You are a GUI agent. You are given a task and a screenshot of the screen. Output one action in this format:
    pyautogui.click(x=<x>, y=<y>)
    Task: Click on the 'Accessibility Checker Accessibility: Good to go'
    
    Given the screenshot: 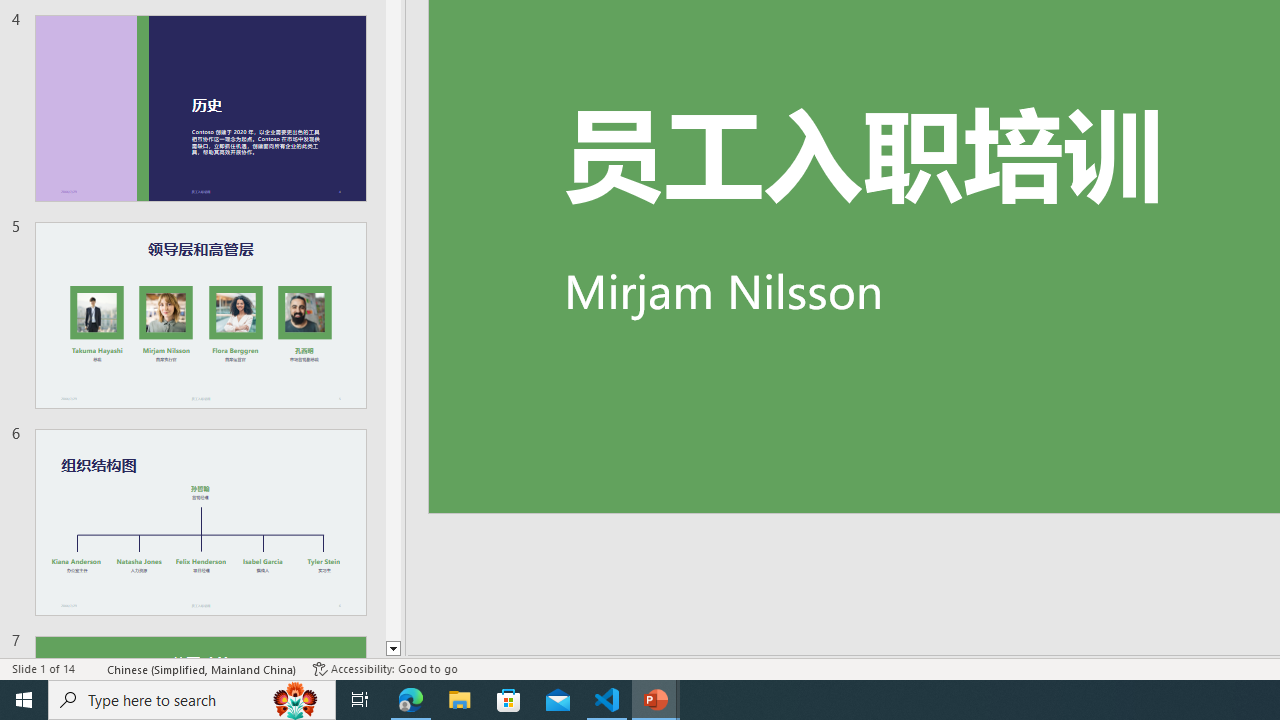 What is the action you would take?
    pyautogui.click(x=385, y=669)
    